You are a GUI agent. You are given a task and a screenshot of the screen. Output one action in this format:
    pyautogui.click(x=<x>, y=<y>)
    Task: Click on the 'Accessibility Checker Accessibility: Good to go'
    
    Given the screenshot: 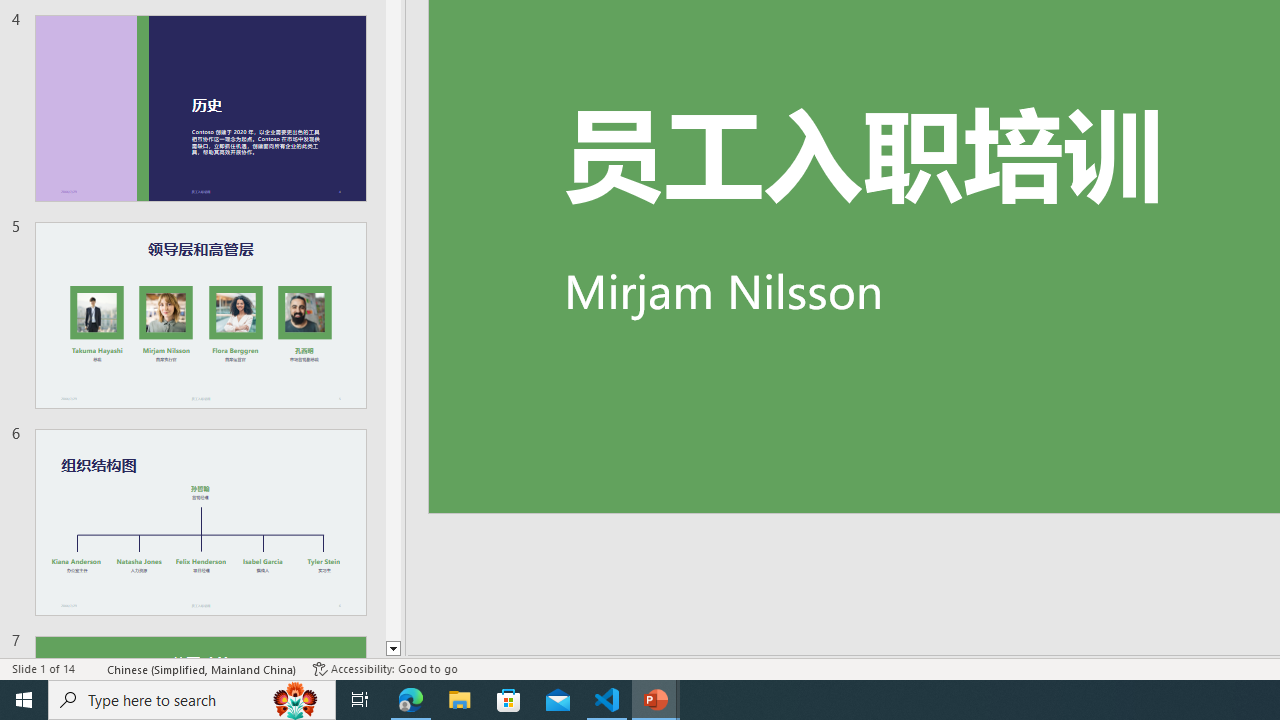 What is the action you would take?
    pyautogui.click(x=385, y=669)
    